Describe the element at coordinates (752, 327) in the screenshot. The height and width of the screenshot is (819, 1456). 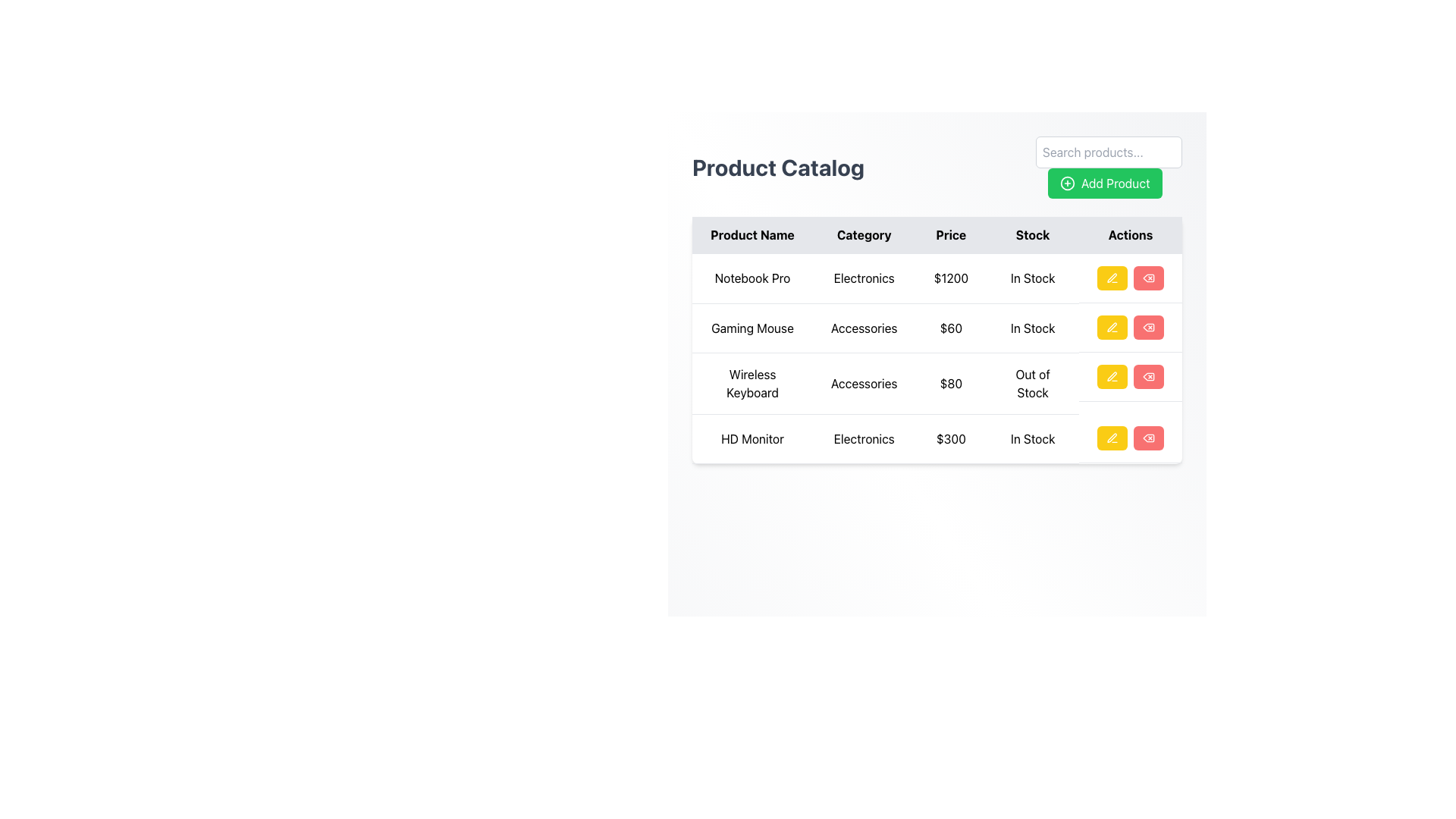
I see `the static label displaying the name of the product 'Gaming Mouse', which is the first cell in the row with header 'Product Name' in the product list table` at that location.